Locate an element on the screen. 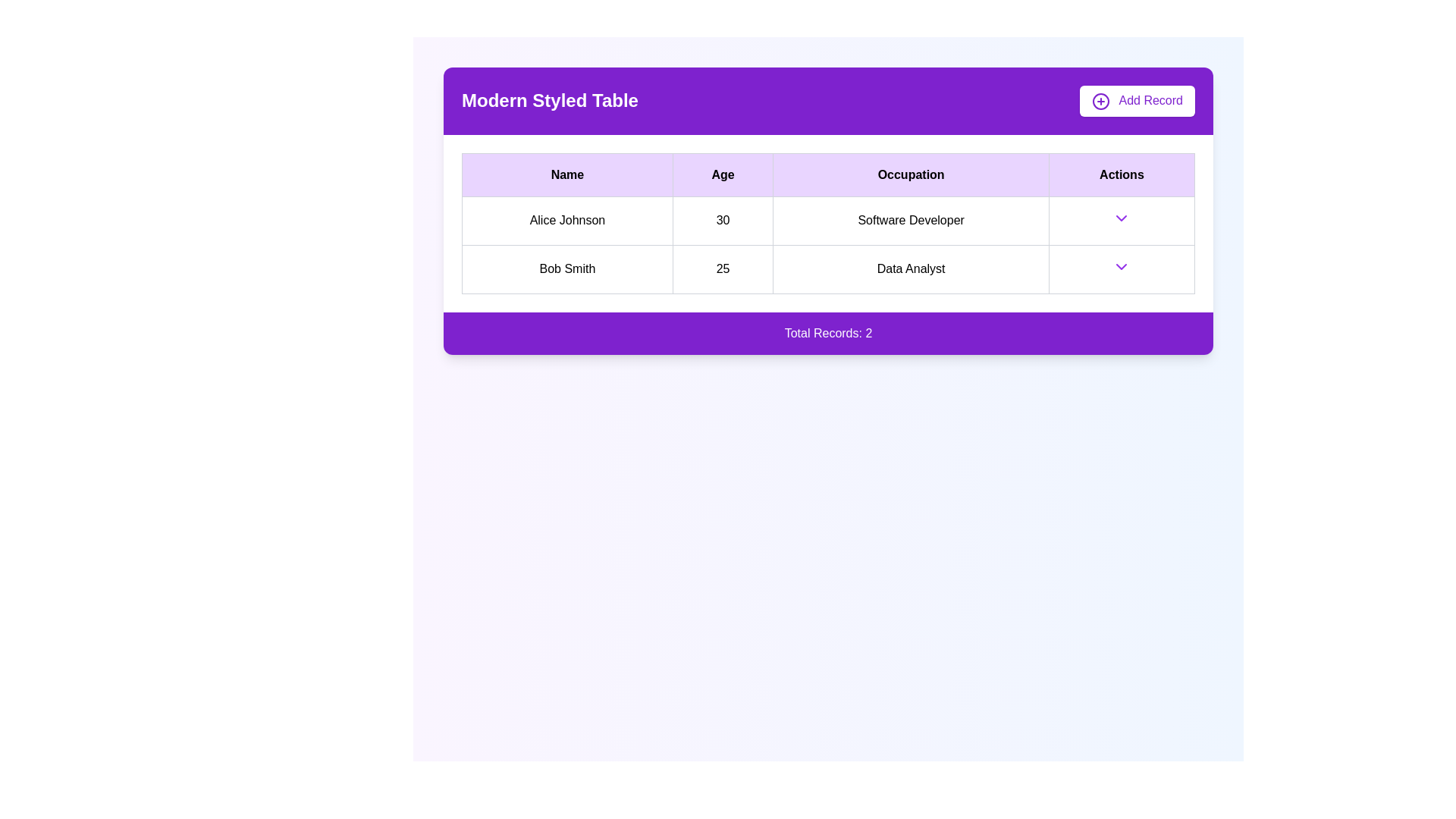 The width and height of the screenshot is (1456, 819). the text cell displaying the number '30' in black text, located under the 'Age' column header in the second column of the first row of the table is located at coordinates (722, 221).